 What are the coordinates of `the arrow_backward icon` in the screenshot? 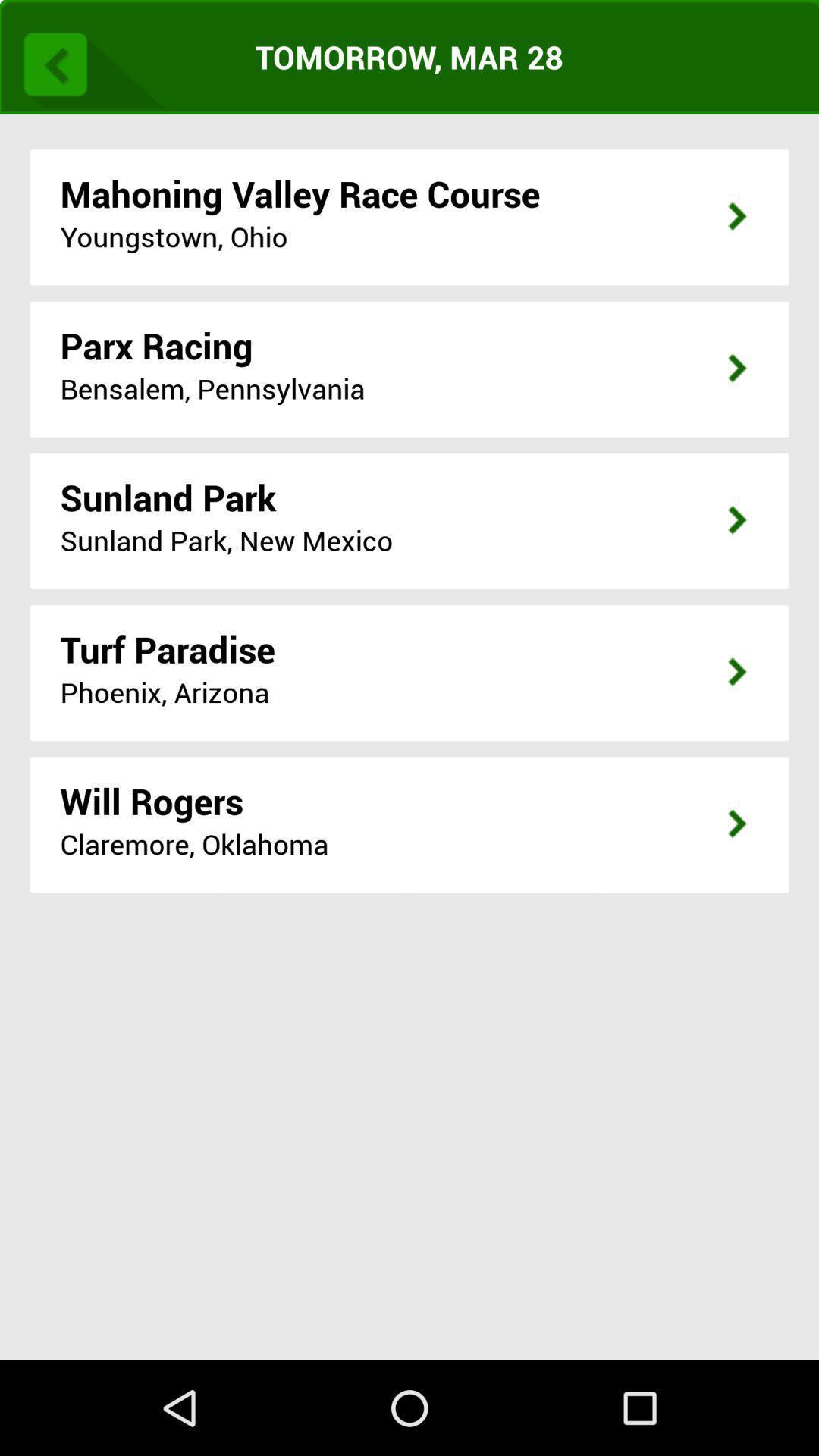 It's located at (89, 64).